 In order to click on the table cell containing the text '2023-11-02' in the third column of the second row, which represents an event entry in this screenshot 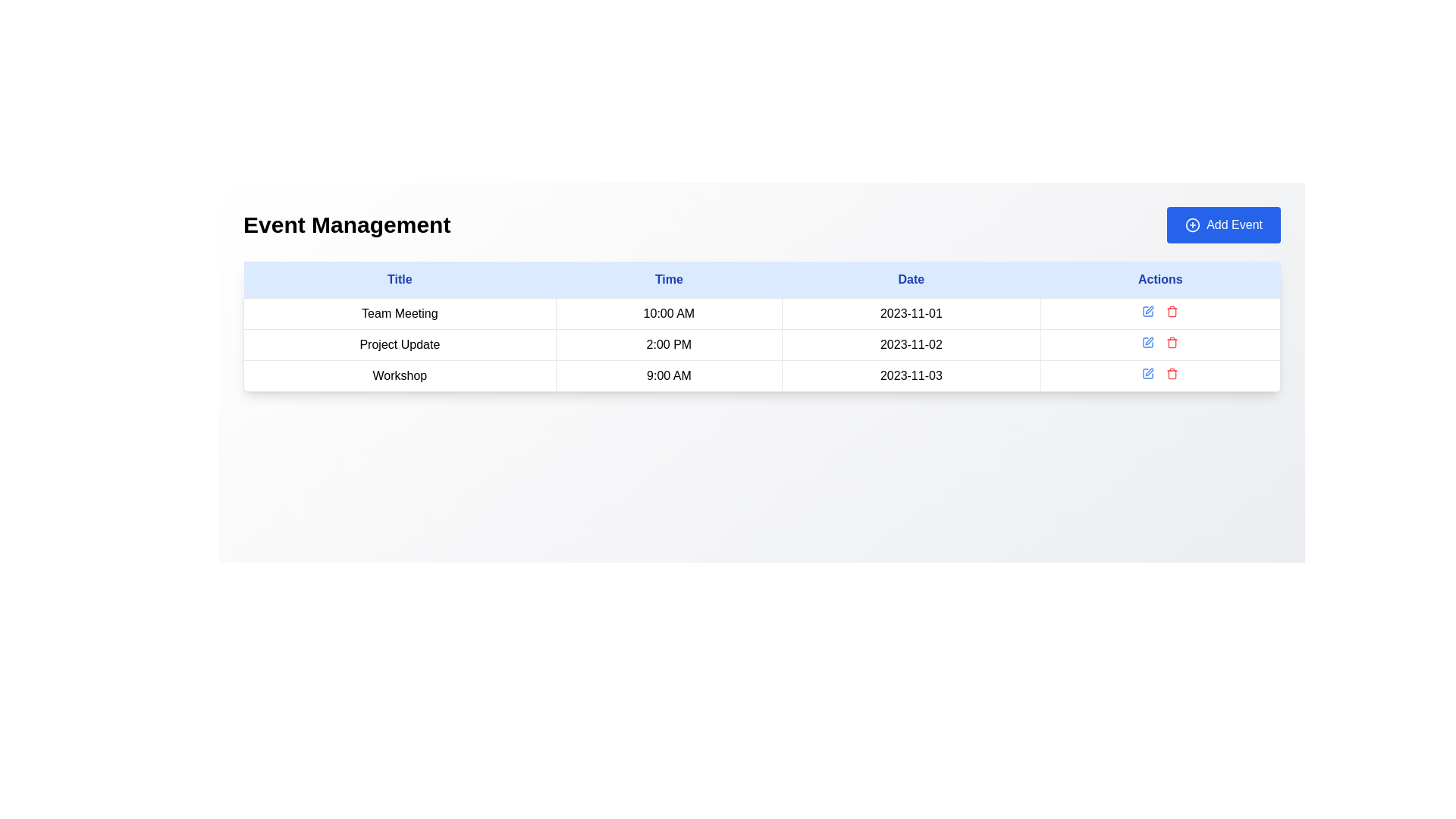, I will do `click(910, 345)`.